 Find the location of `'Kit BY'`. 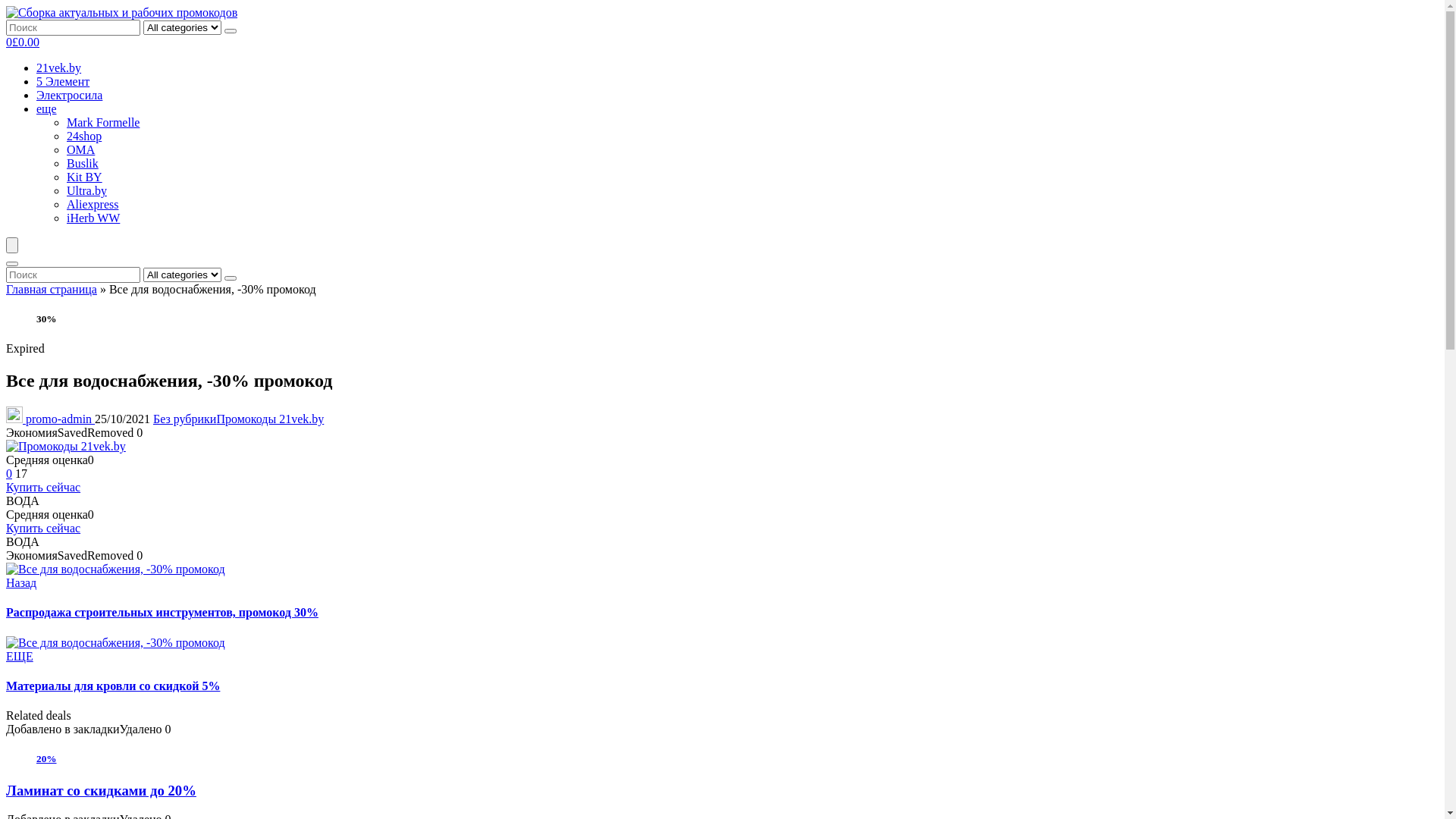

'Kit BY' is located at coordinates (83, 176).